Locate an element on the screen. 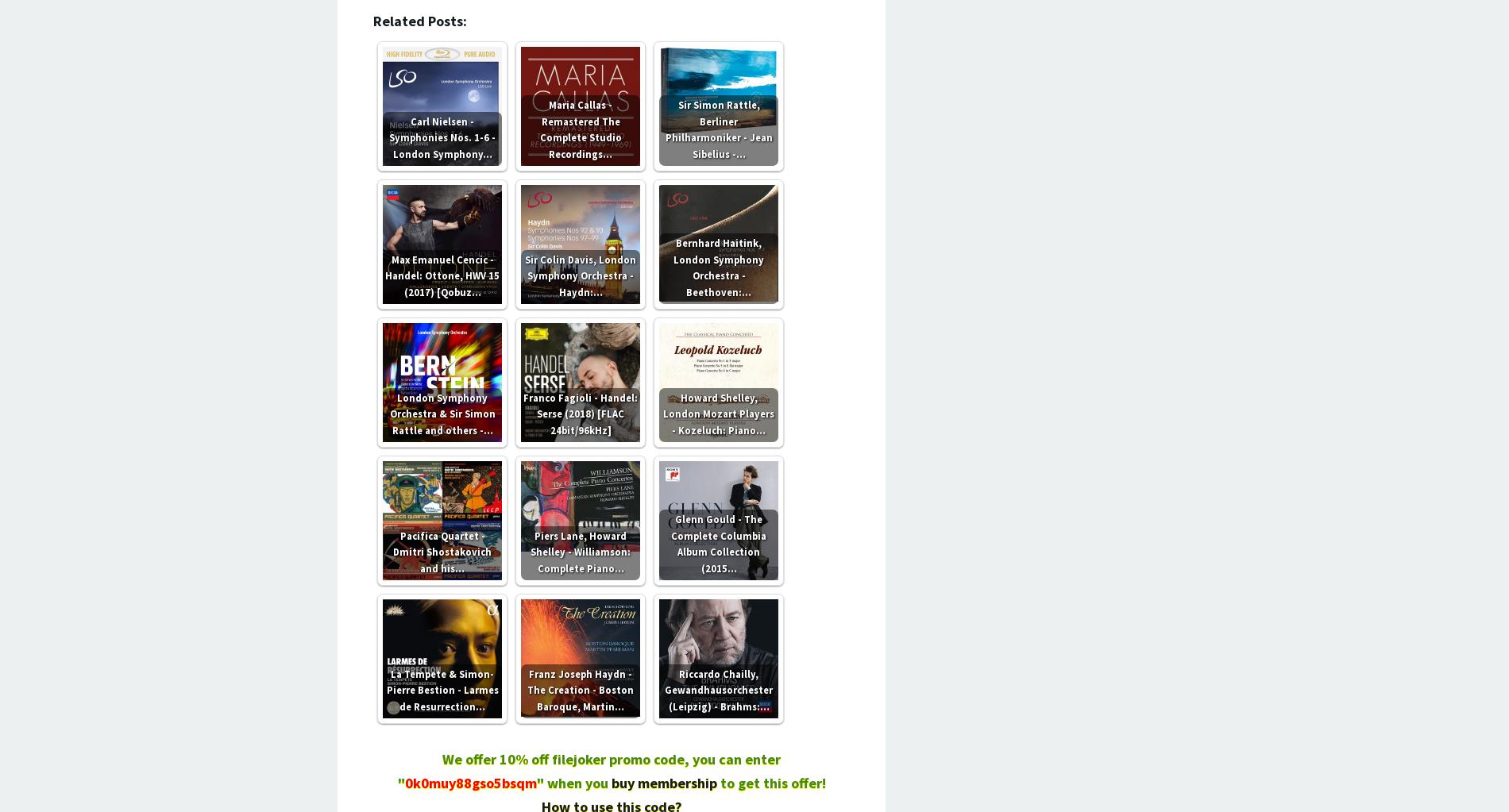 The image size is (1509, 812). 'We offer 10% off filejoker promo code, you can enter "' is located at coordinates (588, 770).